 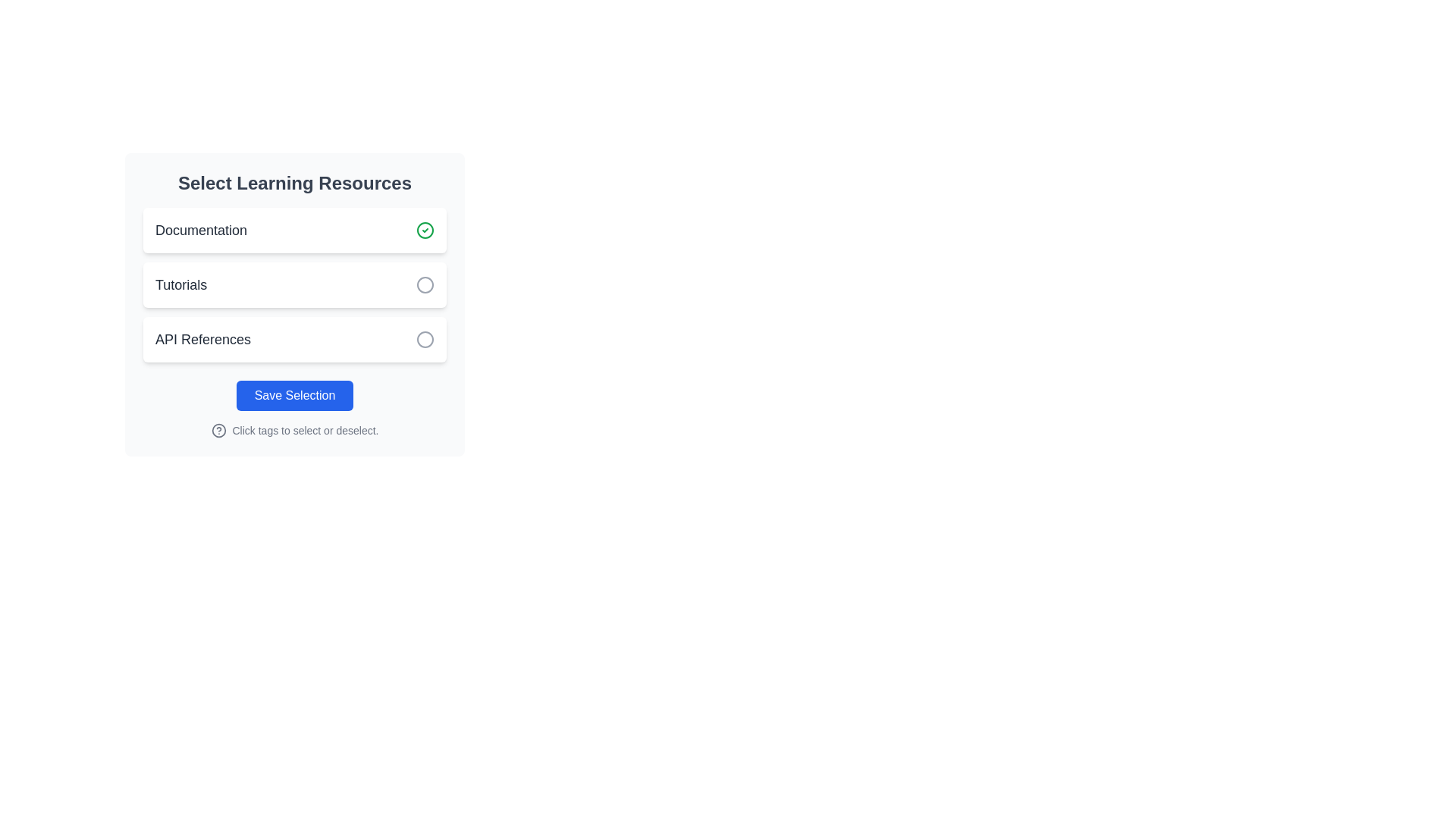 What do you see at coordinates (425, 284) in the screenshot?
I see `the empty SVG graphic circle with a radius of 10, located at the second option in the 'Select Learning Resources' list` at bounding box center [425, 284].